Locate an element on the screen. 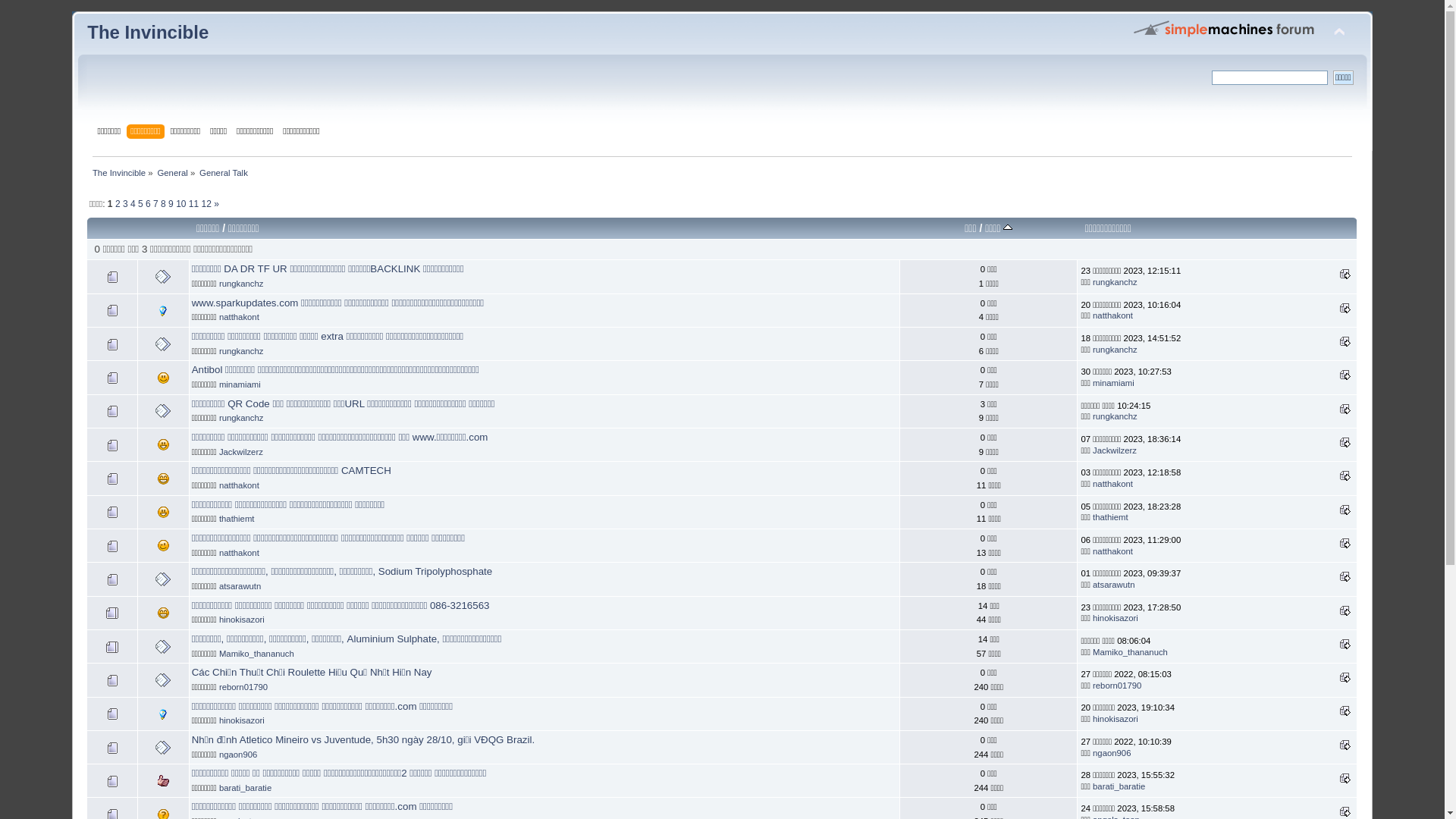 The height and width of the screenshot is (819, 1456). 'rungkanchz' is located at coordinates (218, 284).